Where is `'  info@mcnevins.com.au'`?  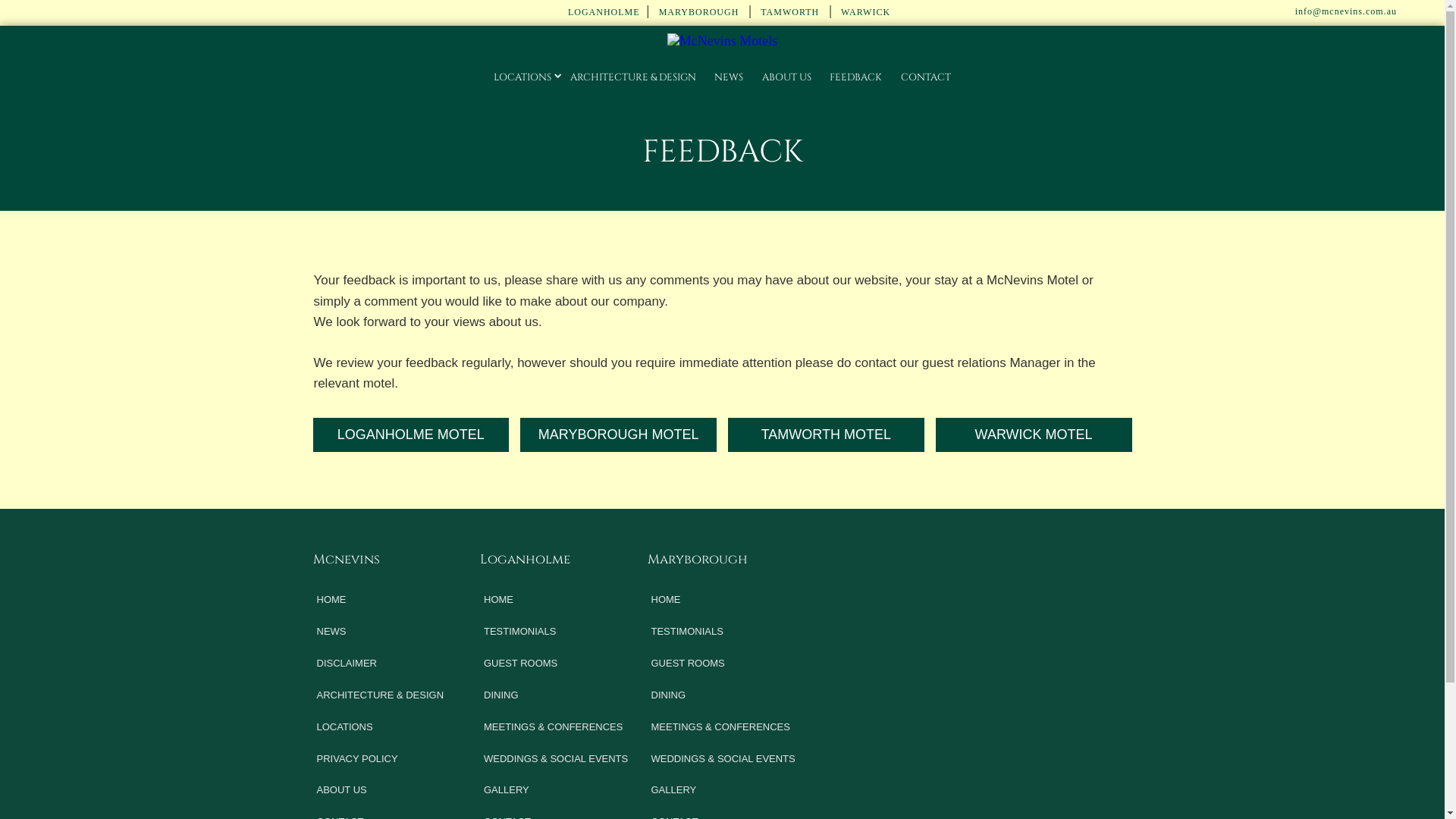 '  info@mcnevins.com.au' is located at coordinates (1343, 11).